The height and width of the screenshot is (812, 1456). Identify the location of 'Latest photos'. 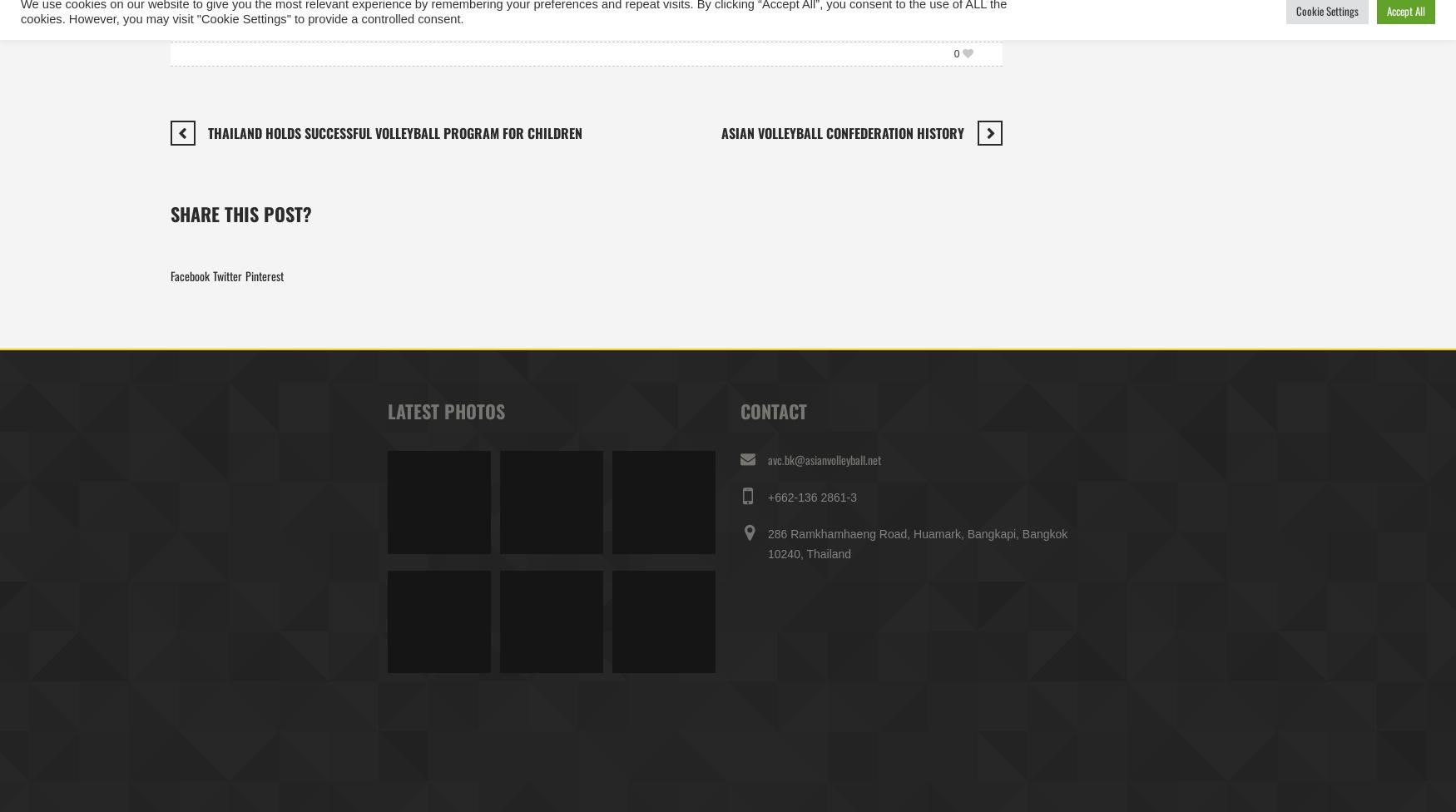
(444, 409).